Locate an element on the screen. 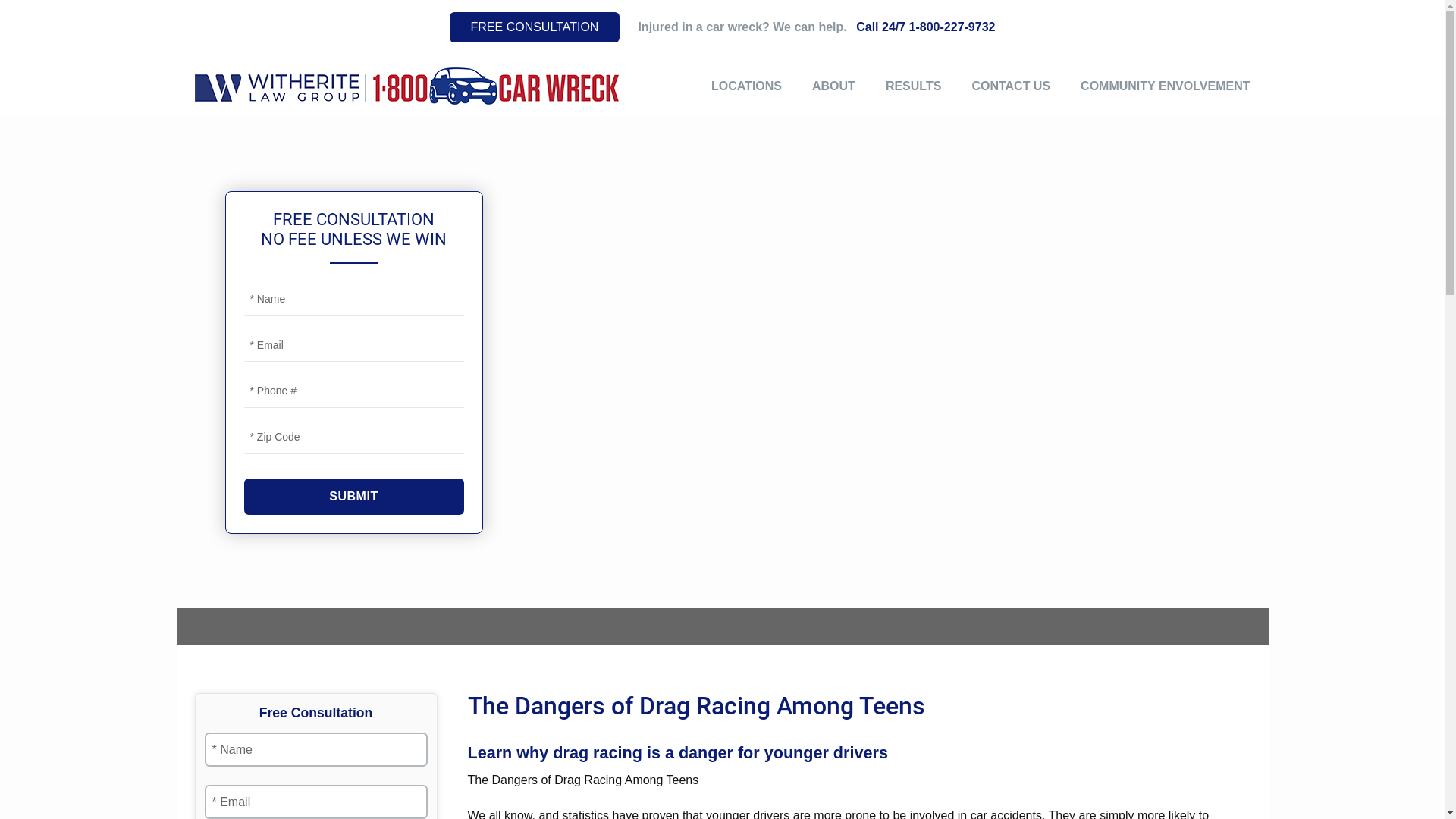 This screenshot has height=819, width=1456. 'LOCATIONS' is located at coordinates (746, 86).